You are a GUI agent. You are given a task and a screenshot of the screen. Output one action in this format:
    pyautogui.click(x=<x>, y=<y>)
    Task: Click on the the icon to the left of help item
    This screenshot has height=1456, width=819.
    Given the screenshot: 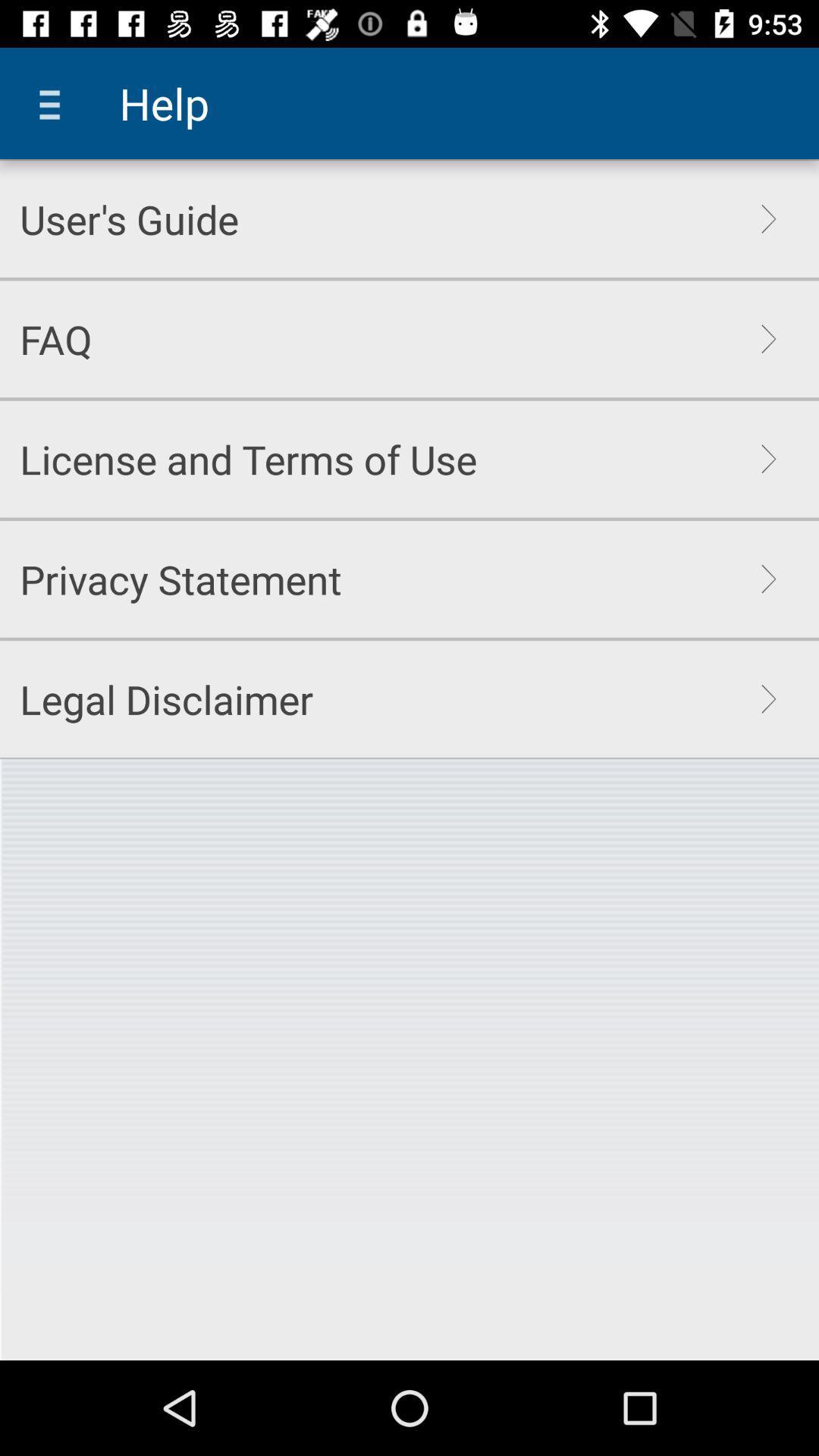 What is the action you would take?
    pyautogui.click(x=55, y=102)
    